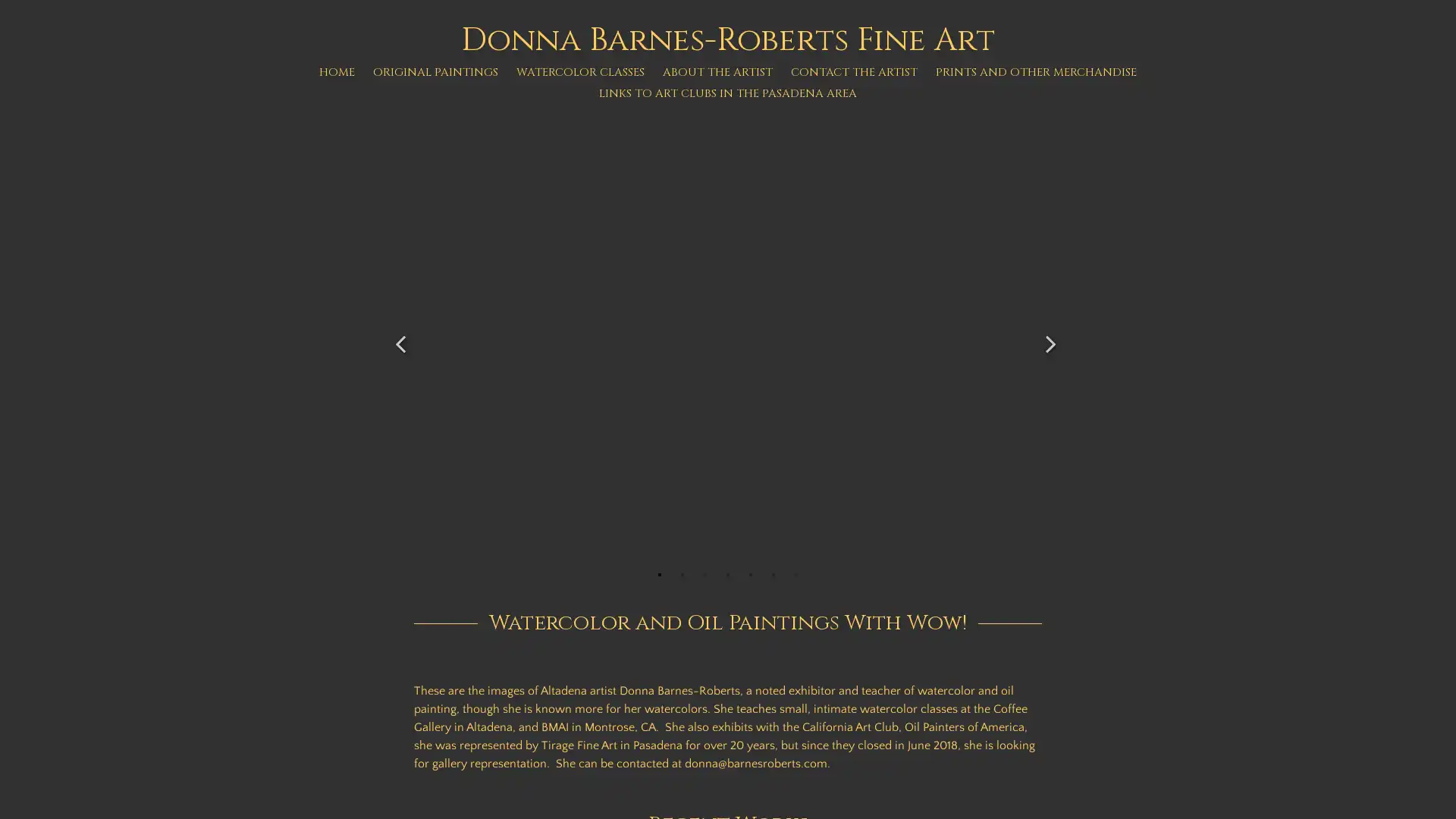 The height and width of the screenshot is (819, 1456). What do you see at coordinates (403, 335) in the screenshot?
I see `Previous` at bounding box center [403, 335].